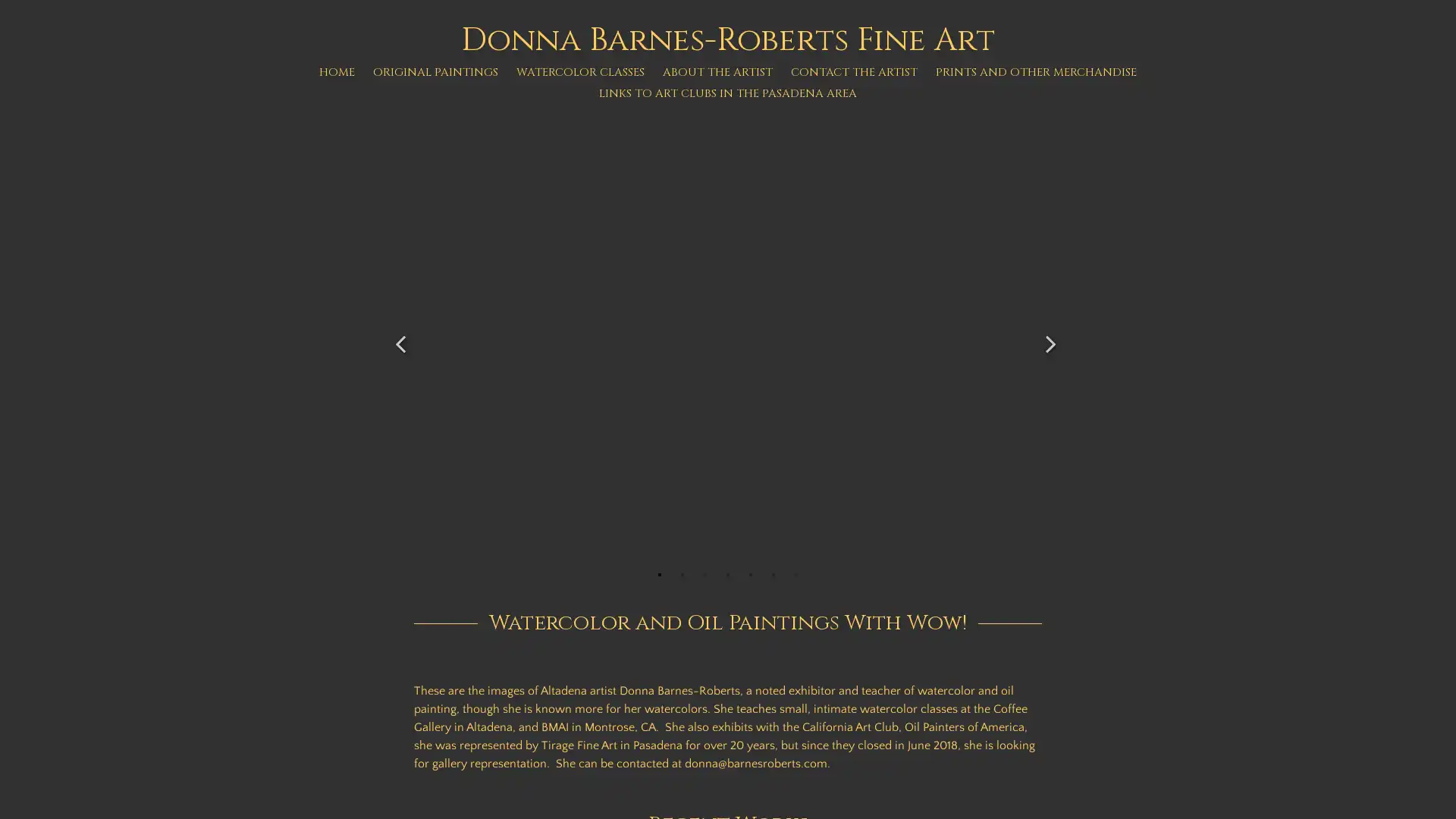 The height and width of the screenshot is (819, 1456). What do you see at coordinates (403, 335) in the screenshot?
I see `Previous` at bounding box center [403, 335].